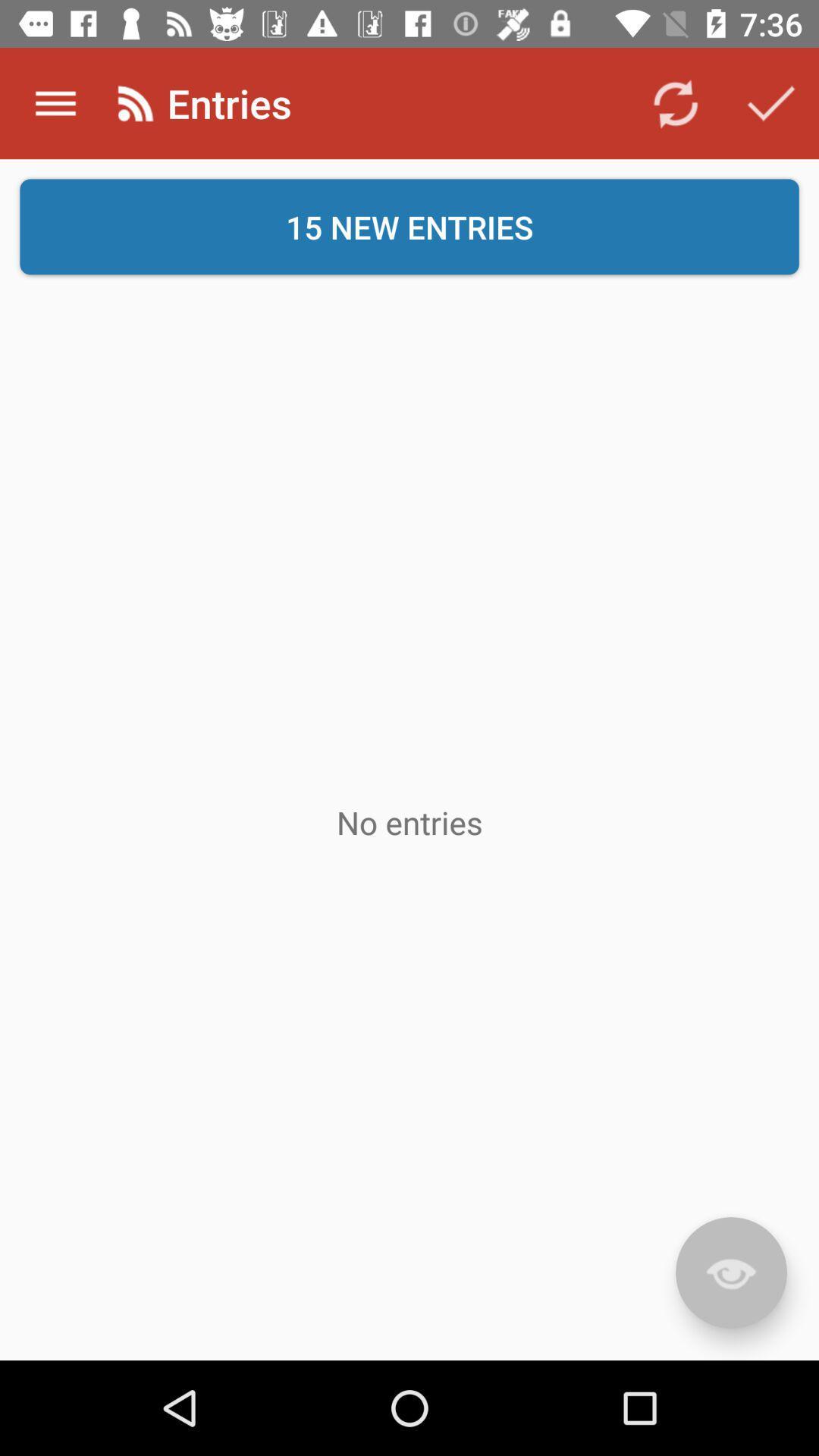  I want to click on the item above no entries, so click(409, 226).